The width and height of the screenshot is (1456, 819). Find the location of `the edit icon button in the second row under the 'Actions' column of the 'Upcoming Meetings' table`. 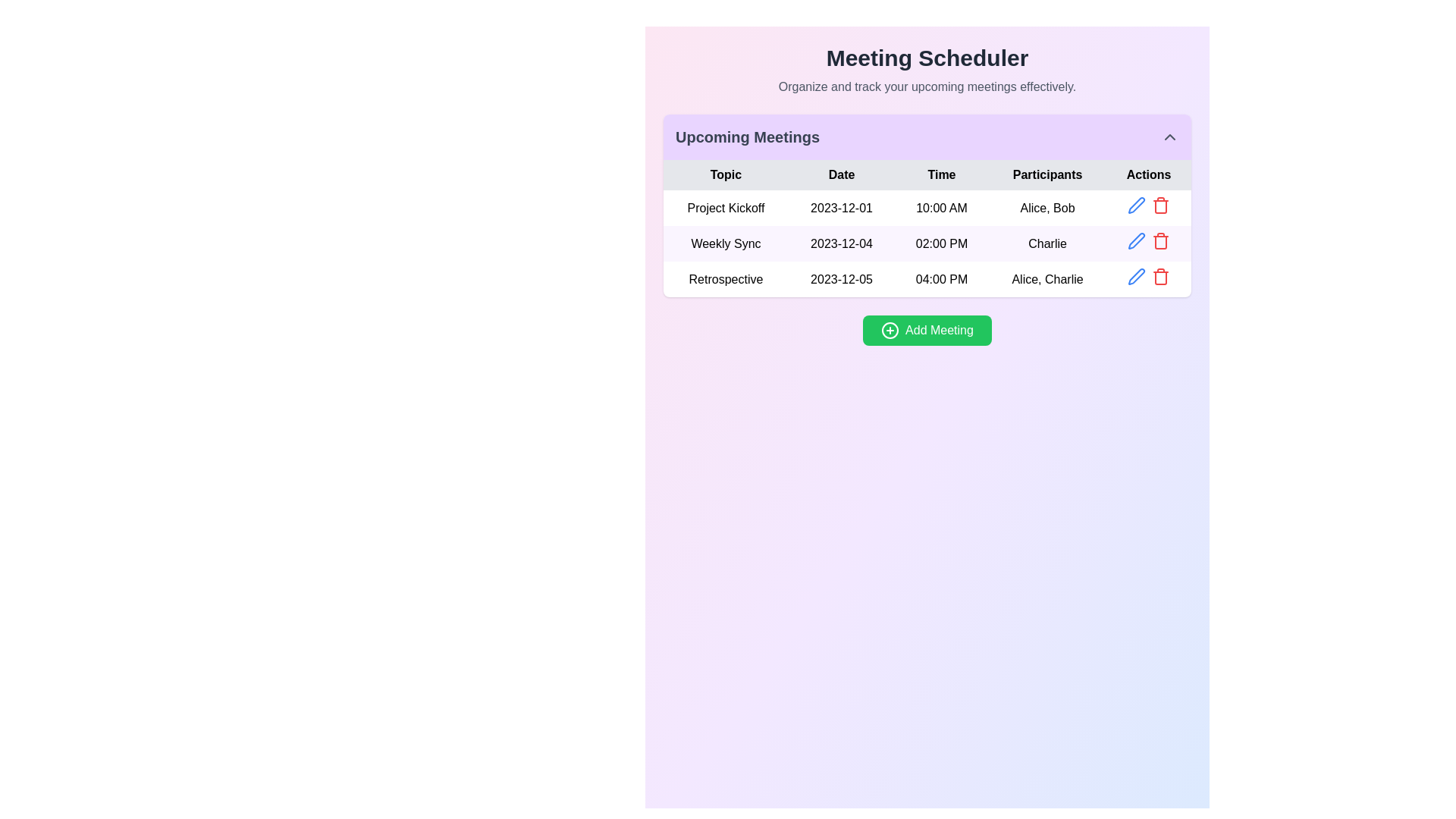

the edit icon button in the second row under the 'Actions' column of the 'Upcoming Meetings' table is located at coordinates (1137, 240).